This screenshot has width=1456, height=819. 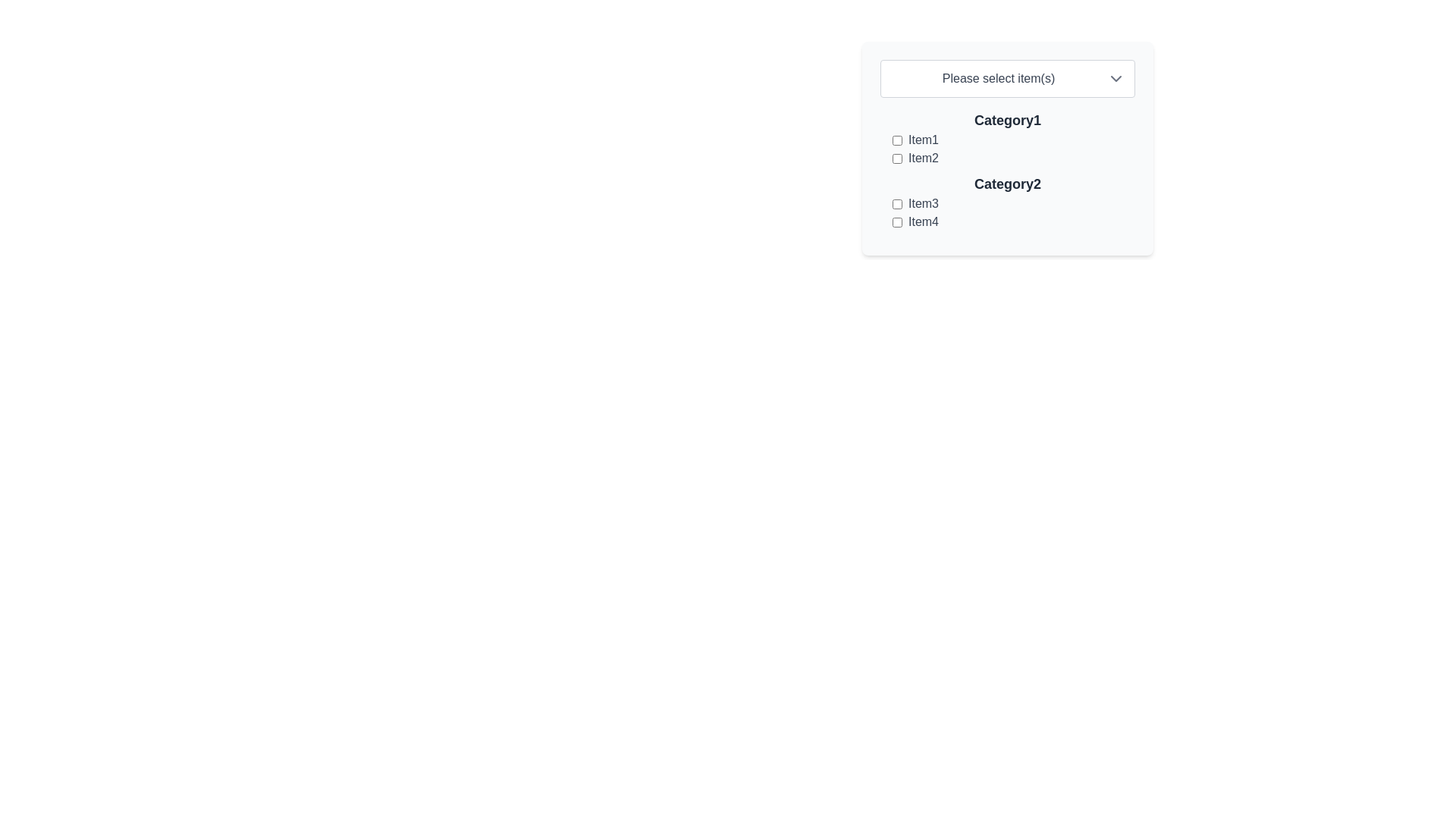 What do you see at coordinates (897, 140) in the screenshot?
I see `the checkbox located` at bounding box center [897, 140].